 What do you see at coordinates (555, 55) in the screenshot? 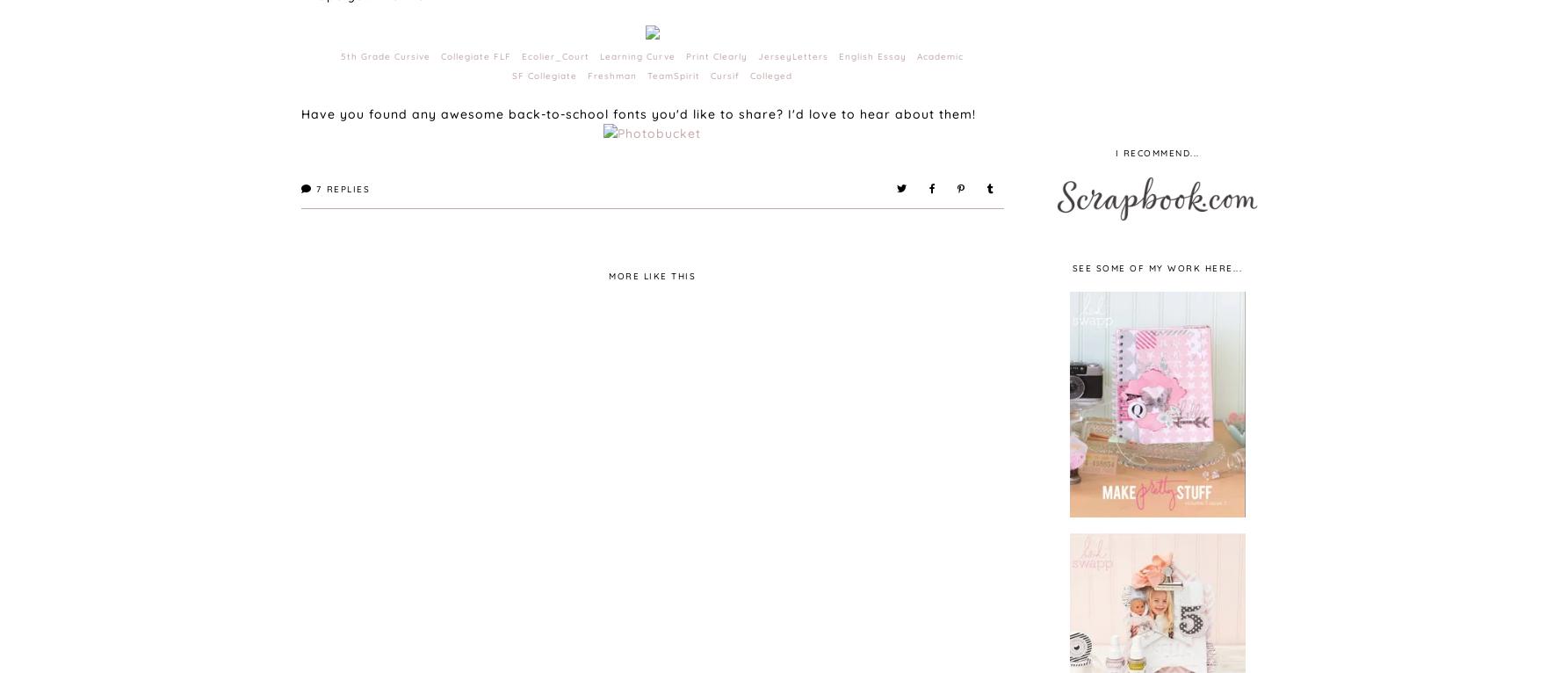
I see `'Ecolier_Court'` at bounding box center [555, 55].